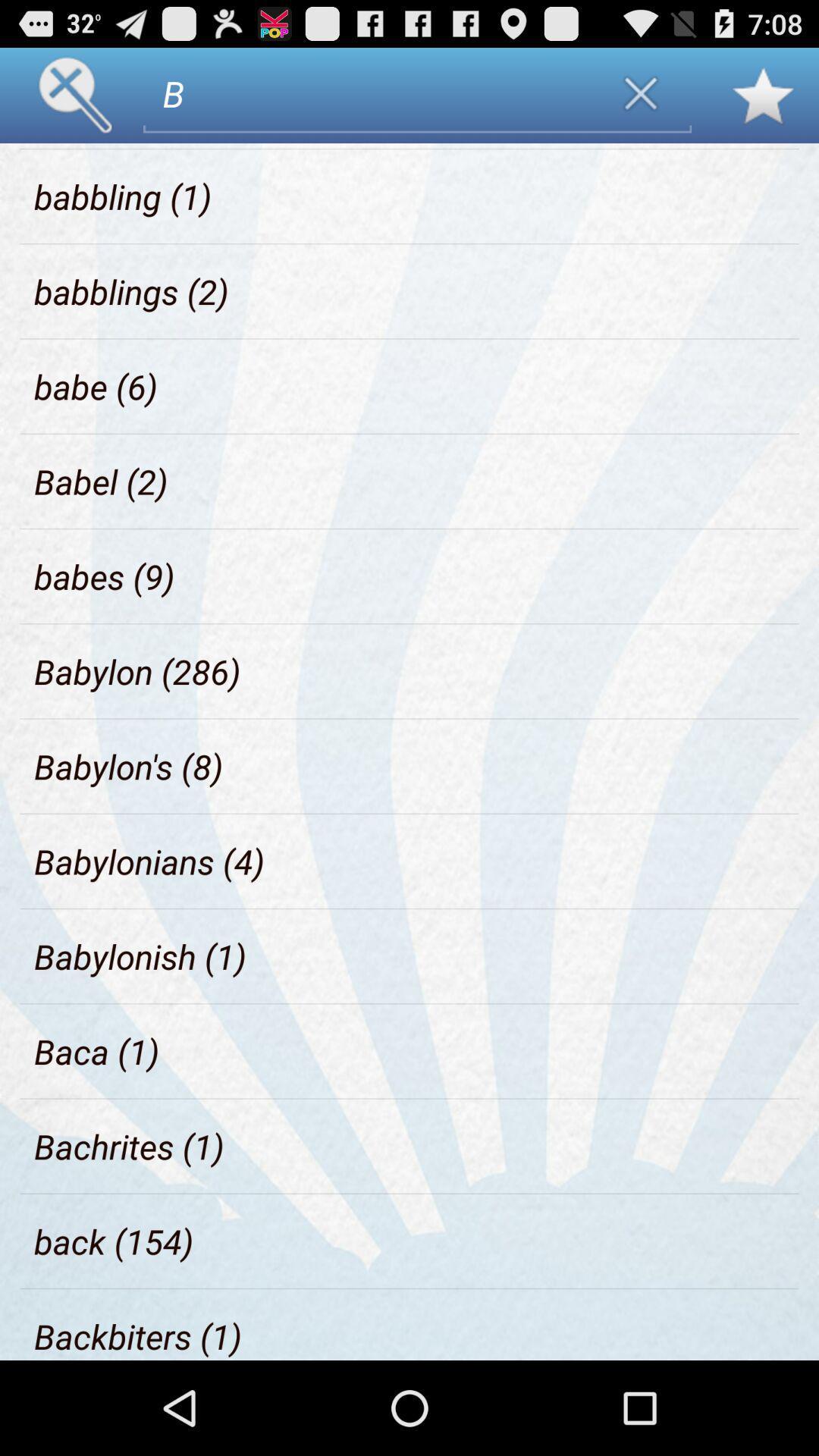 This screenshot has height=1456, width=819. Describe the element at coordinates (130, 291) in the screenshot. I see `the item above babe (6)` at that location.